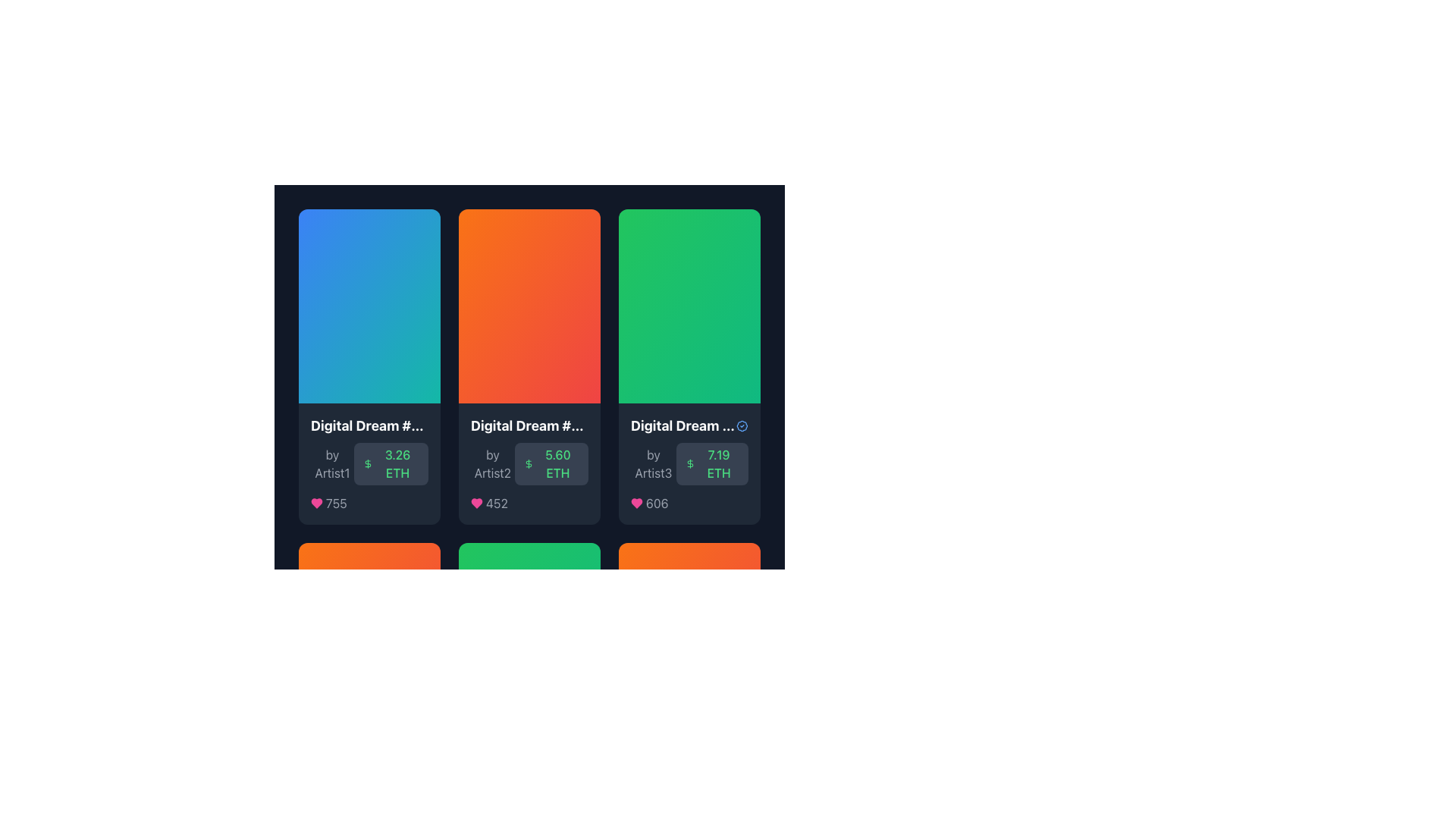 The height and width of the screenshot is (819, 1456). Describe the element at coordinates (529, 463) in the screenshot. I see `the static label element displaying '5.60 ETH' with a dollar icon, located in the bottom-right corner of the 'Digital Dream #7323' card` at that location.